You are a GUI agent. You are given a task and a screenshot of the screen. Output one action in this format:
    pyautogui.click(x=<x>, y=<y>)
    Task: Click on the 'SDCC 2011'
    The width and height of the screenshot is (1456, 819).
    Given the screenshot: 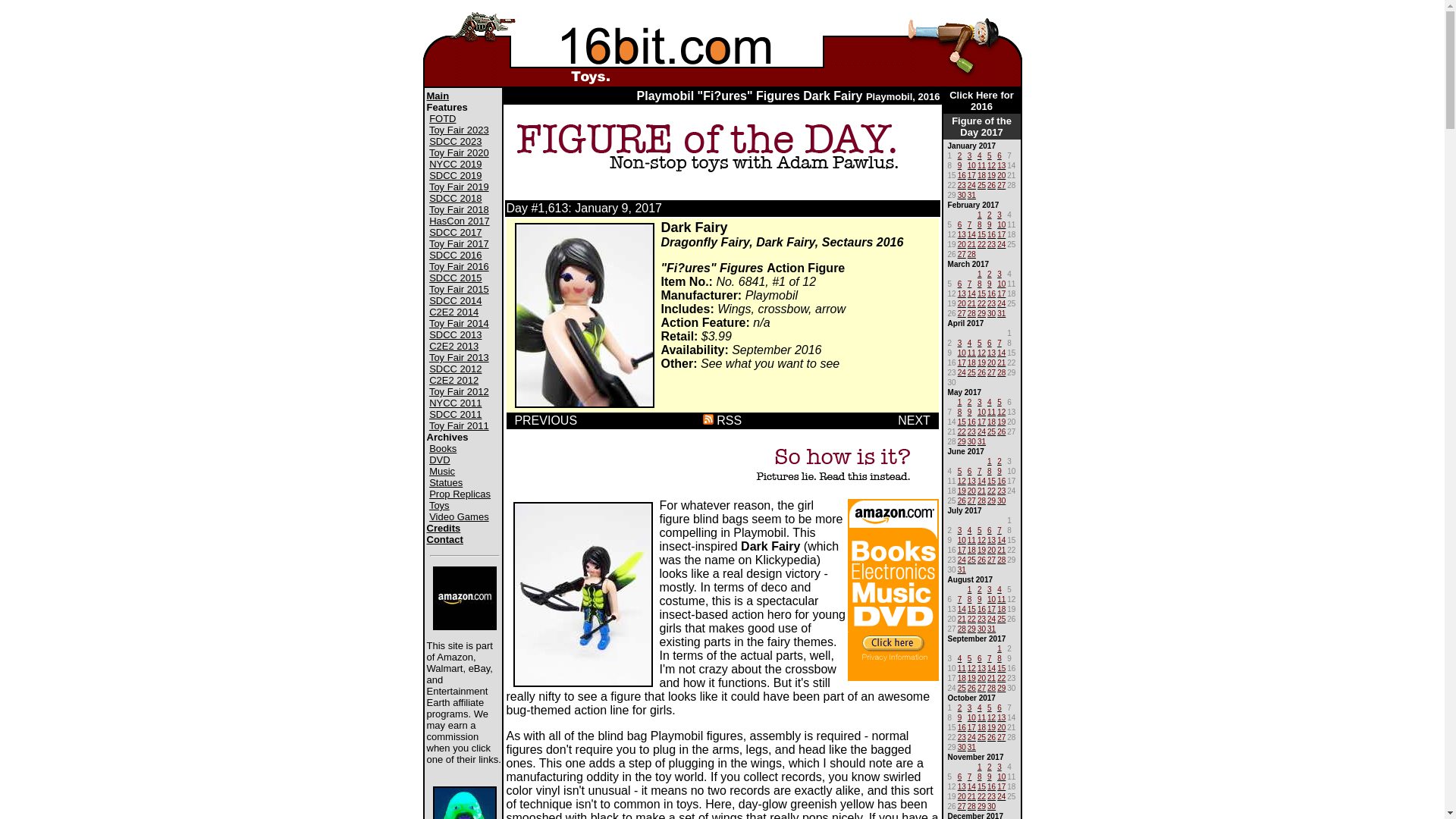 What is the action you would take?
    pyautogui.click(x=454, y=414)
    